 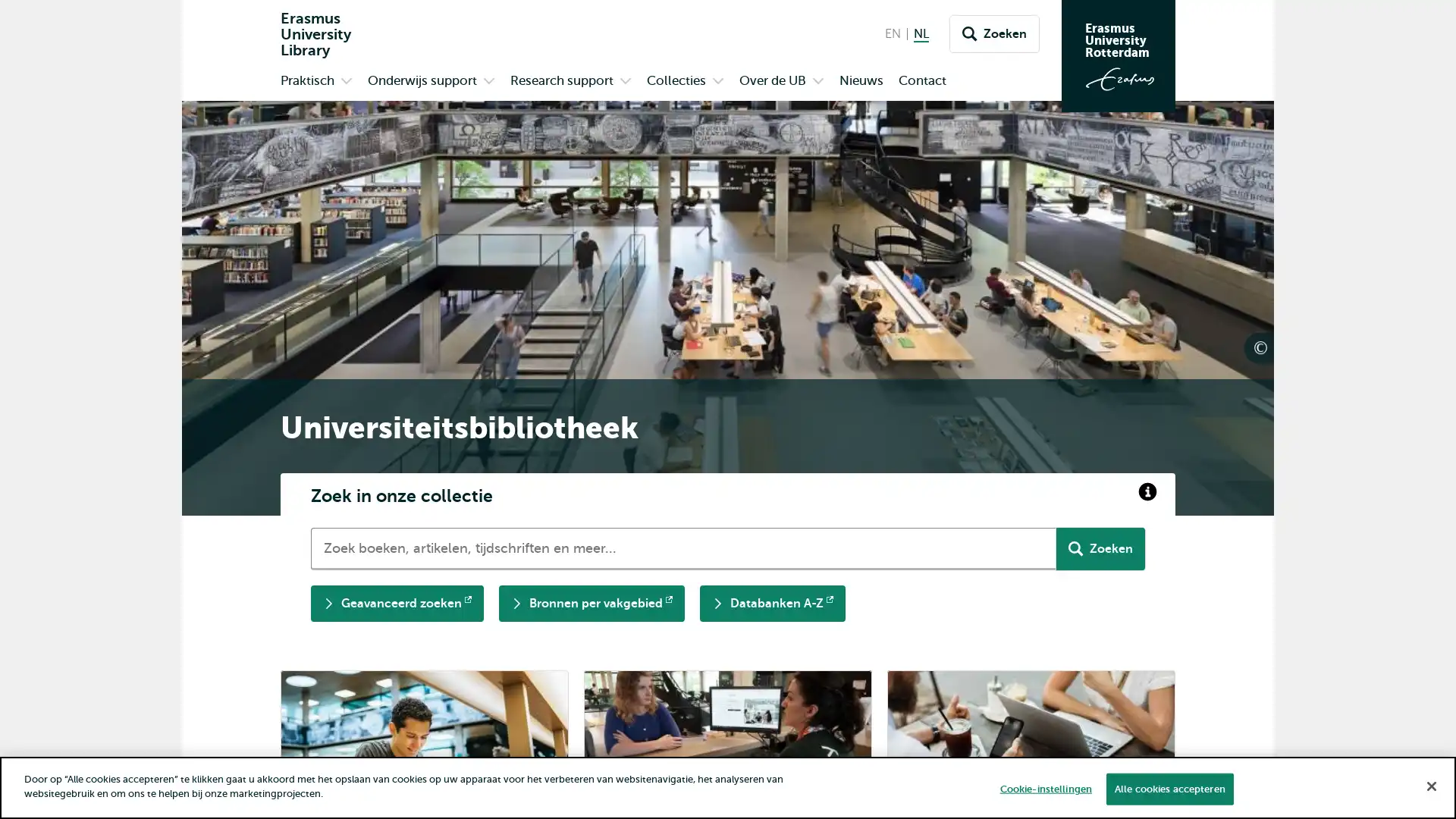 What do you see at coordinates (488, 82) in the screenshot?
I see `Open submenu` at bounding box center [488, 82].